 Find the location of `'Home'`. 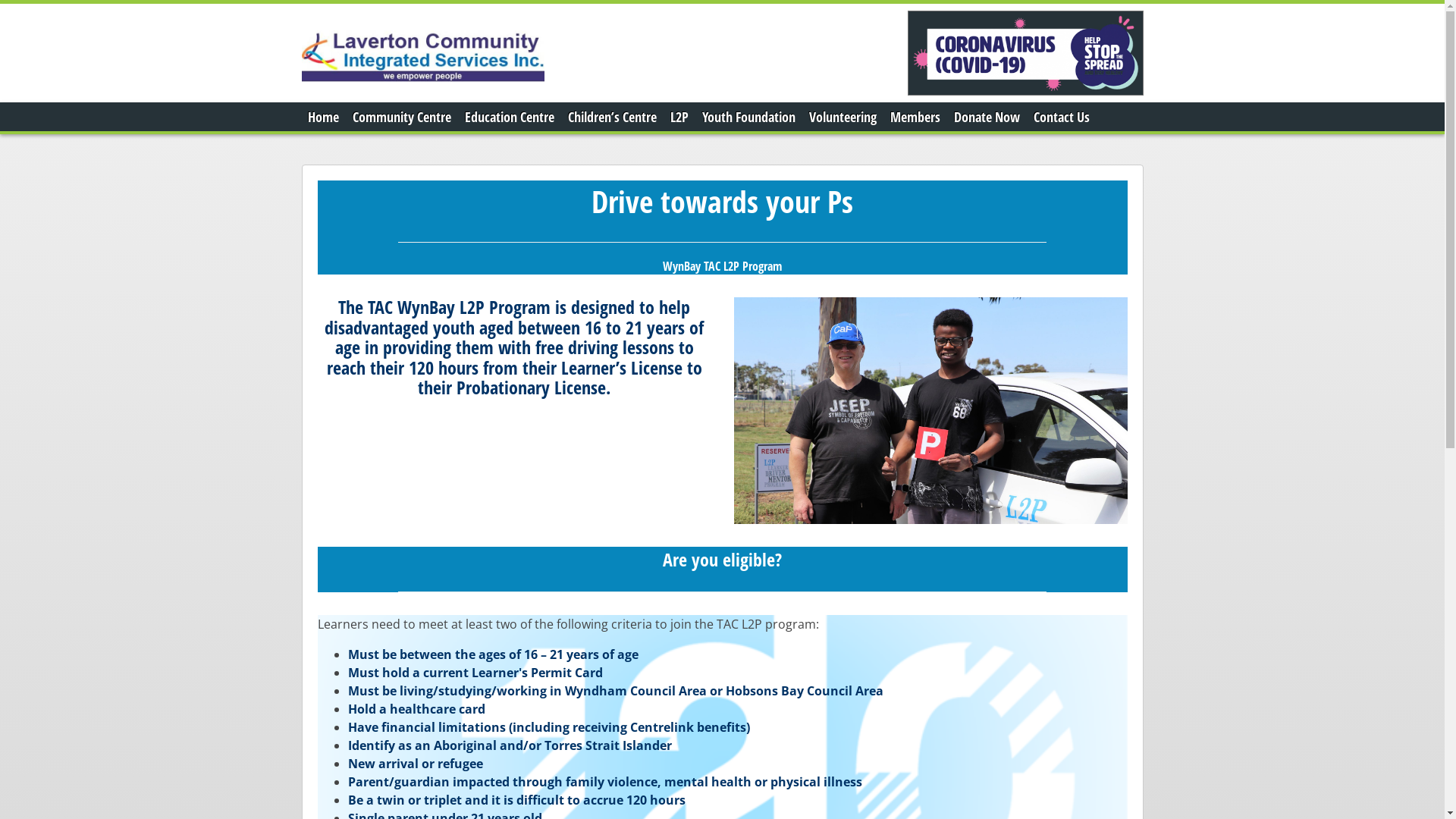

'Home' is located at coordinates (322, 116).